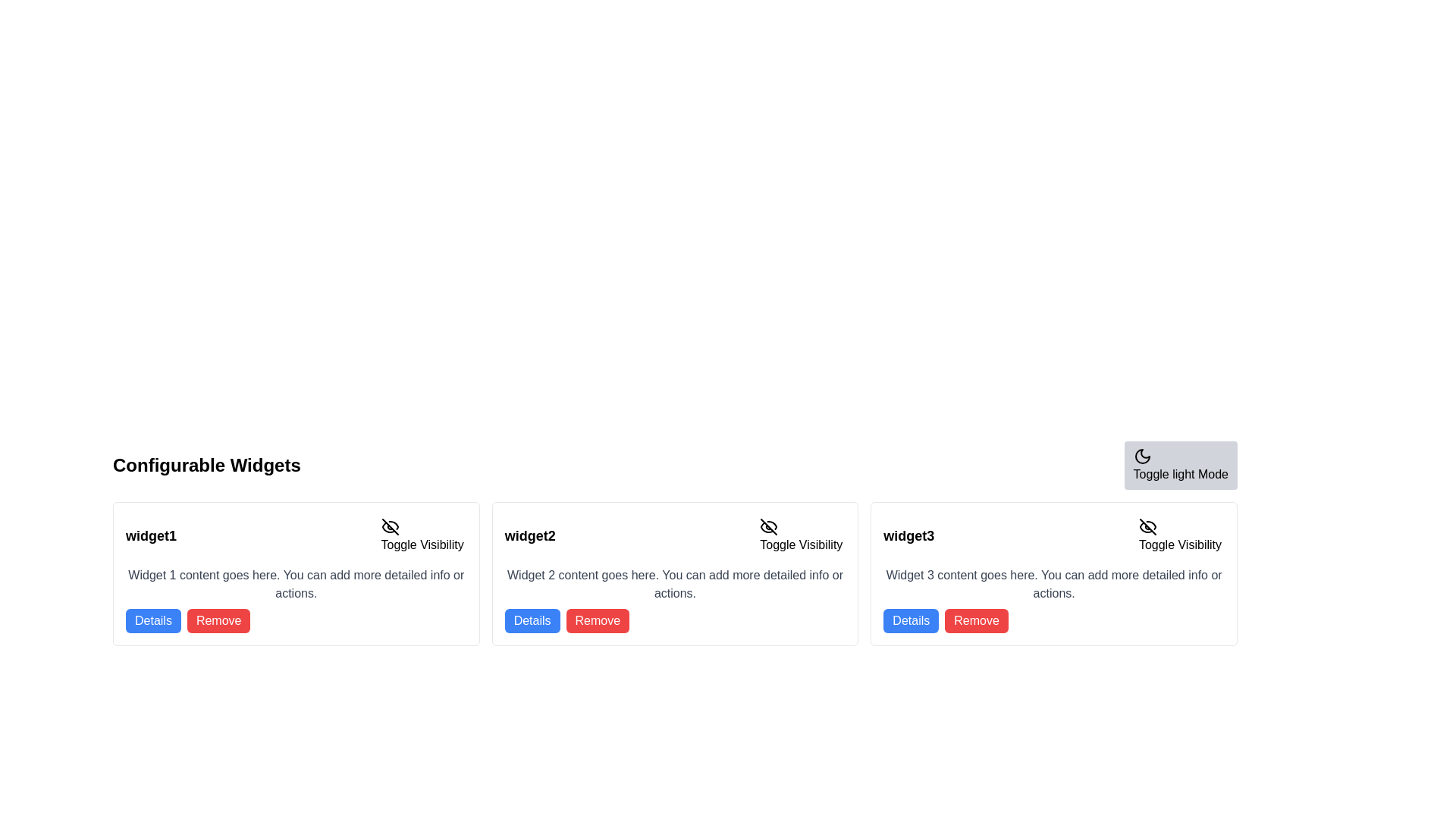  What do you see at coordinates (1180, 464) in the screenshot?
I see `the toggle button located at the top-right corner of the 'Configurable Widgets' section to switch between light and dark modes` at bounding box center [1180, 464].